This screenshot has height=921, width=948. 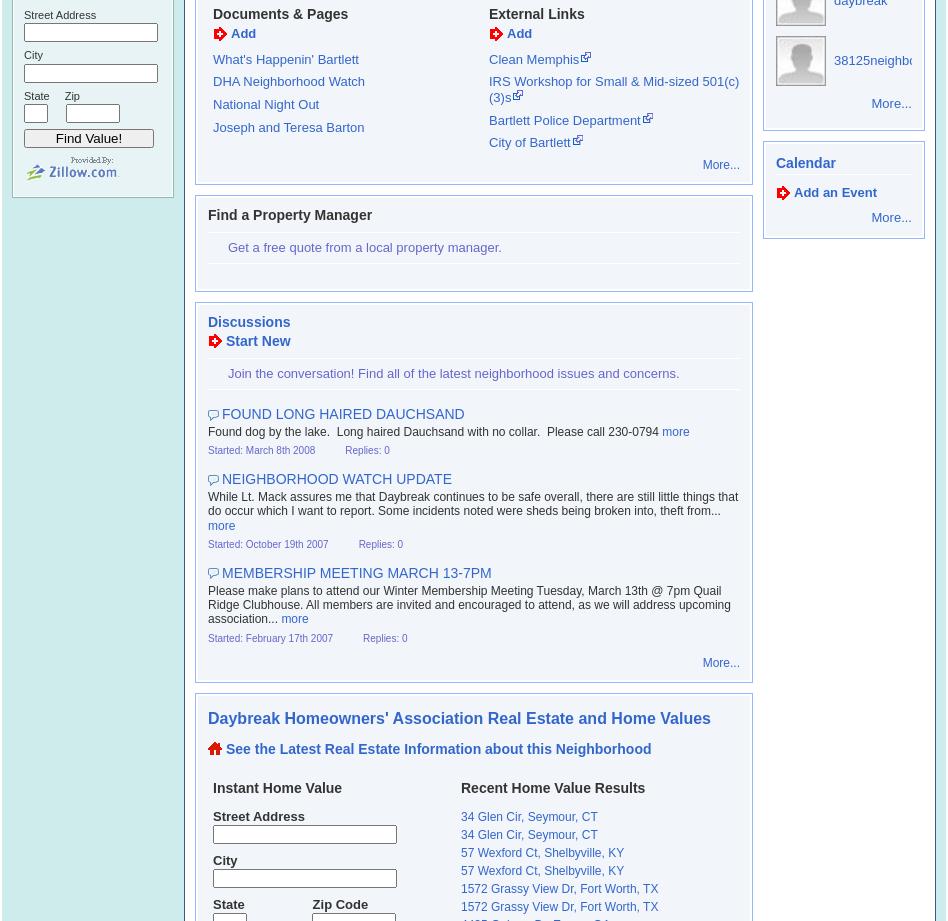 I want to click on 'Find a Property Manager', so click(x=289, y=213).